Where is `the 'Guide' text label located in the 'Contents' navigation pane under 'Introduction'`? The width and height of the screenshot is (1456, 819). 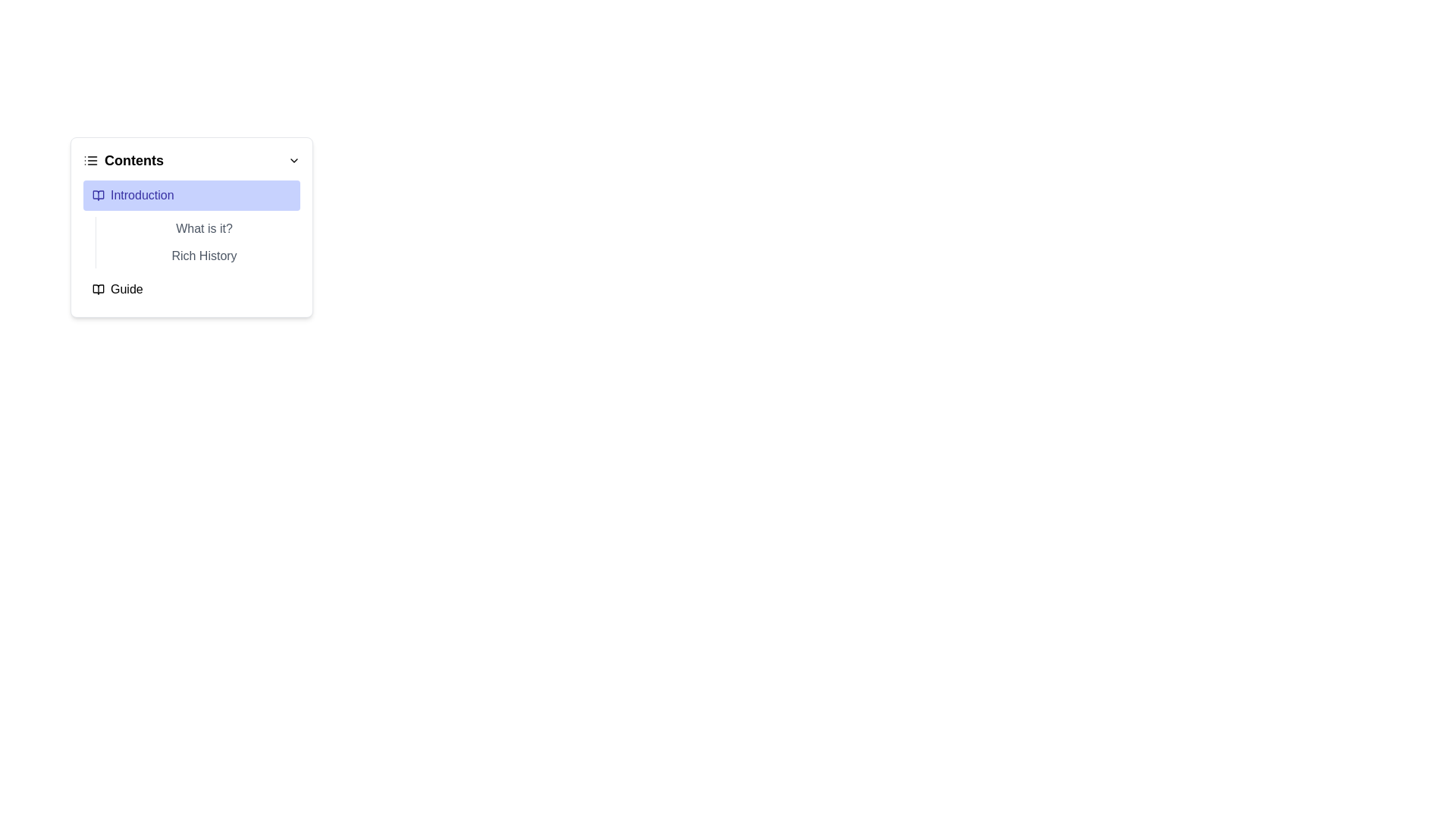
the 'Guide' text label located in the 'Contents' navigation pane under 'Introduction' is located at coordinates (127, 289).